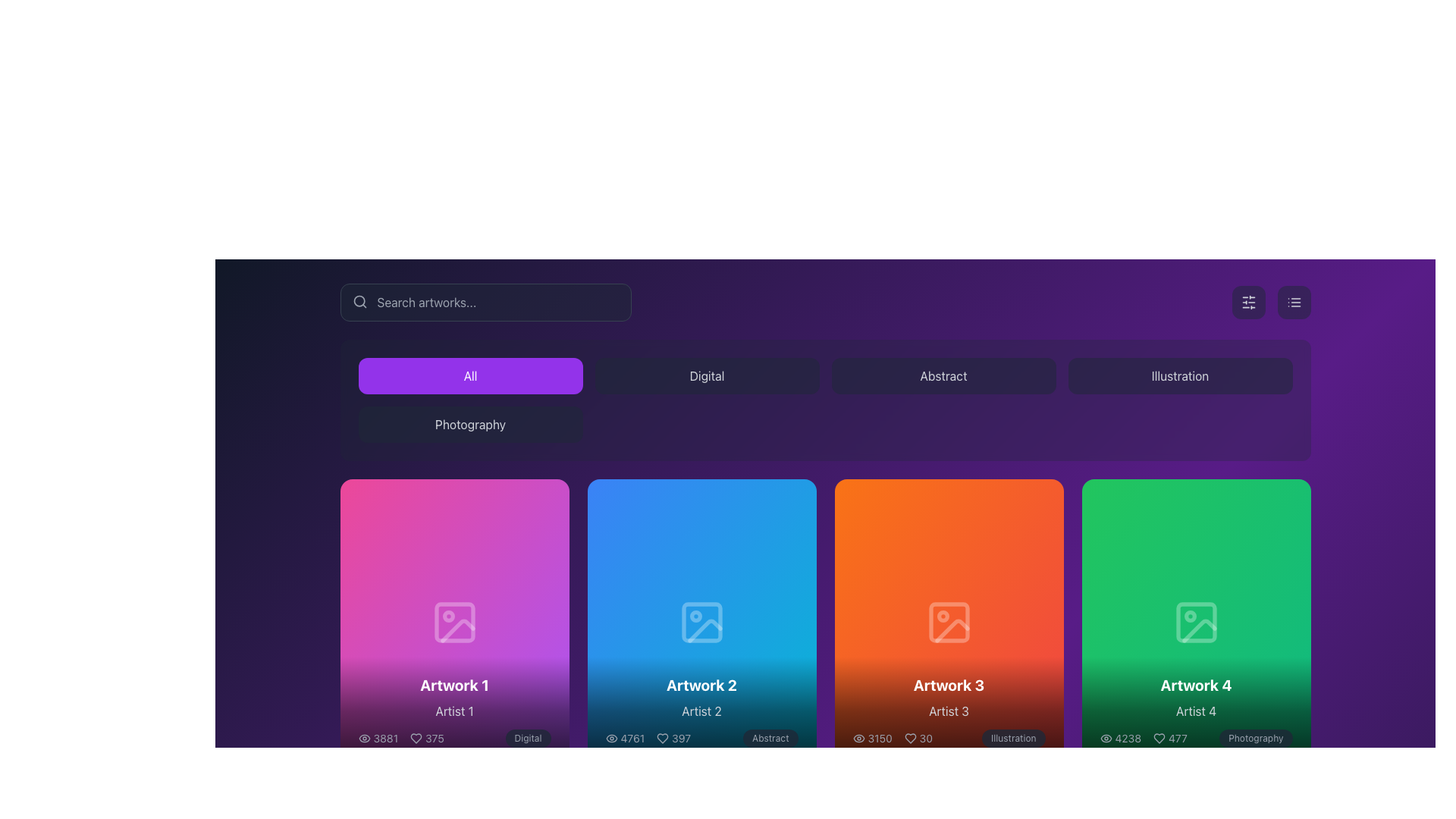 This screenshot has width=1456, height=819. Describe the element at coordinates (948, 622) in the screenshot. I see `on the icon centrally located within the orange card labeled 'Artwork 3', which indicates an image or artwork` at that location.